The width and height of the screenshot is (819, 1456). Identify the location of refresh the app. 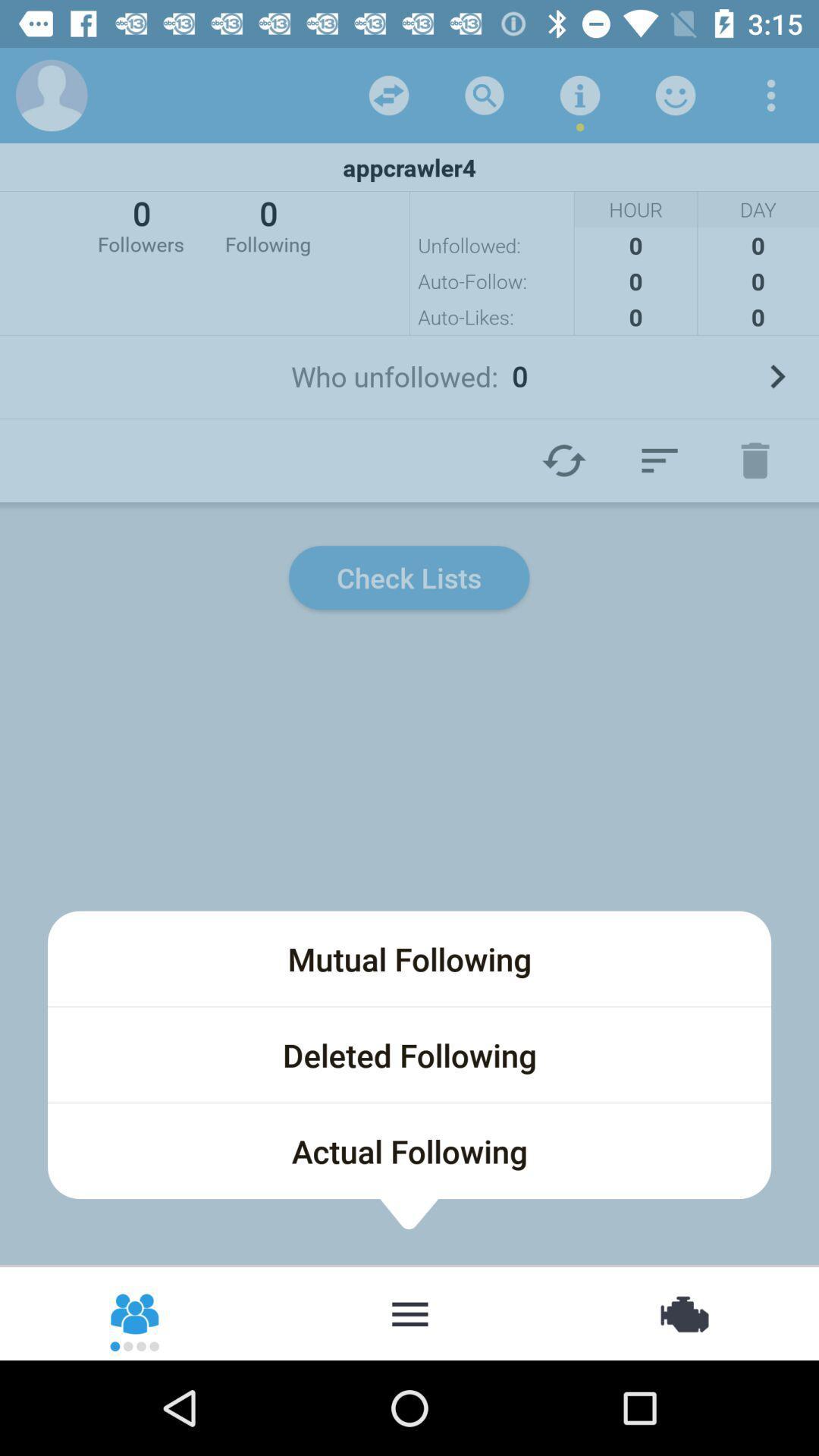
(388, 94).